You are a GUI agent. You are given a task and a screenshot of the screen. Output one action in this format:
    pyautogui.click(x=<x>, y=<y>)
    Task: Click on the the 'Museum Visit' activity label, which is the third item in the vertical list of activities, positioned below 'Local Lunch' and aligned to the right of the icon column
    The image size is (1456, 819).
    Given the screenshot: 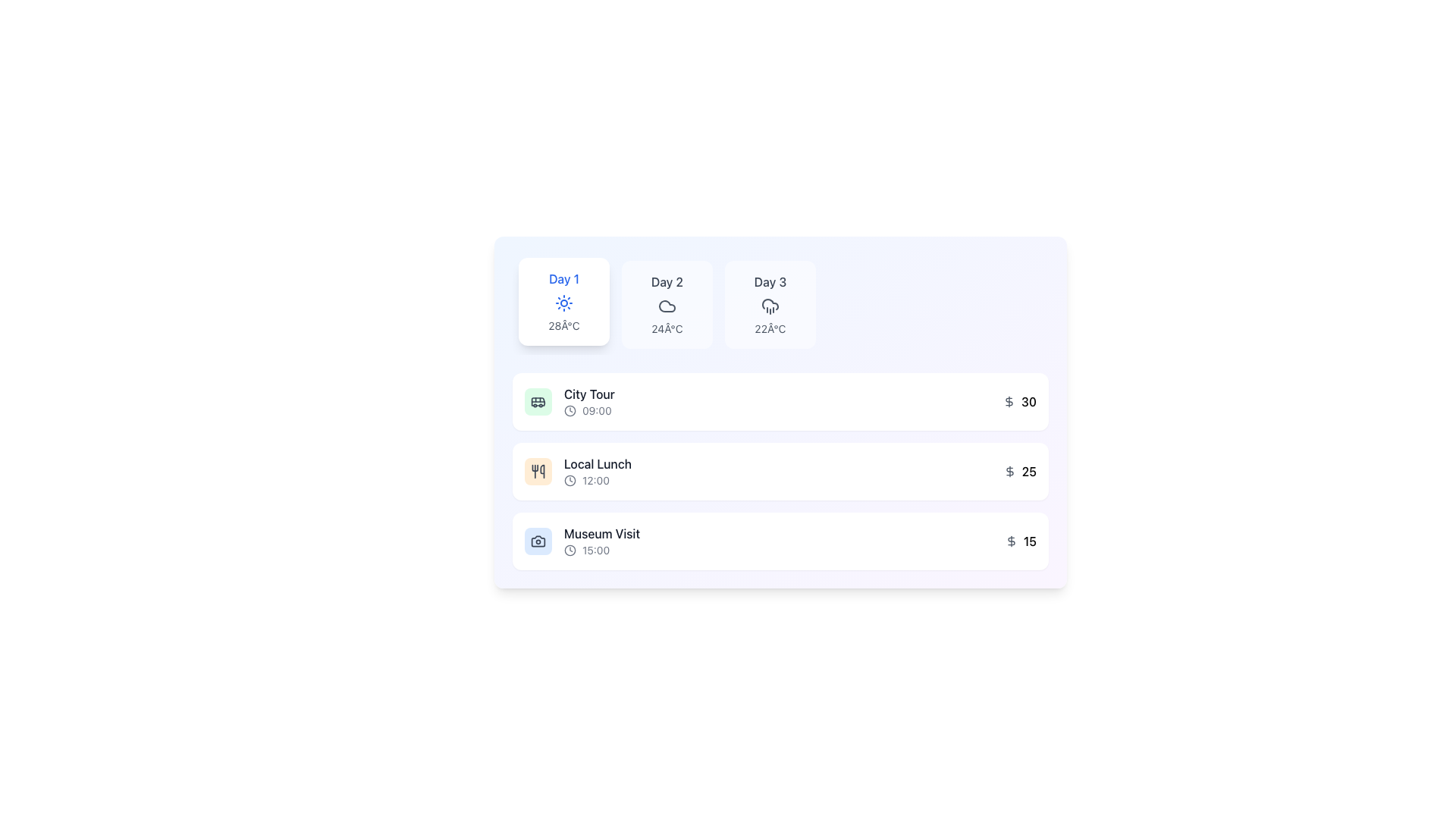 What is the action you would take?
    pyautogui.click(x=601, y=540)
    